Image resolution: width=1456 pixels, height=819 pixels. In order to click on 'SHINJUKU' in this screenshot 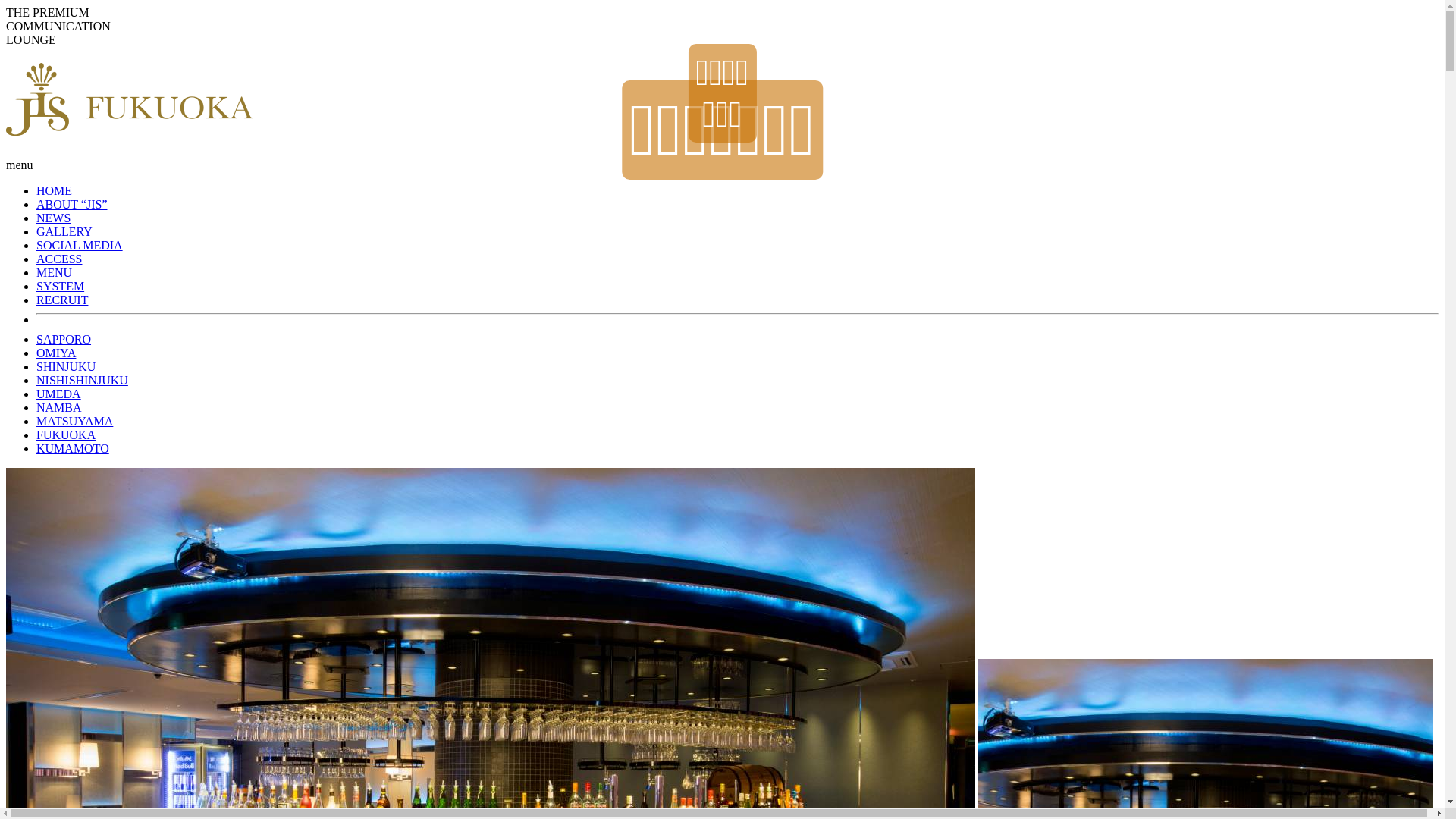, I will do `click(64, 366)`.